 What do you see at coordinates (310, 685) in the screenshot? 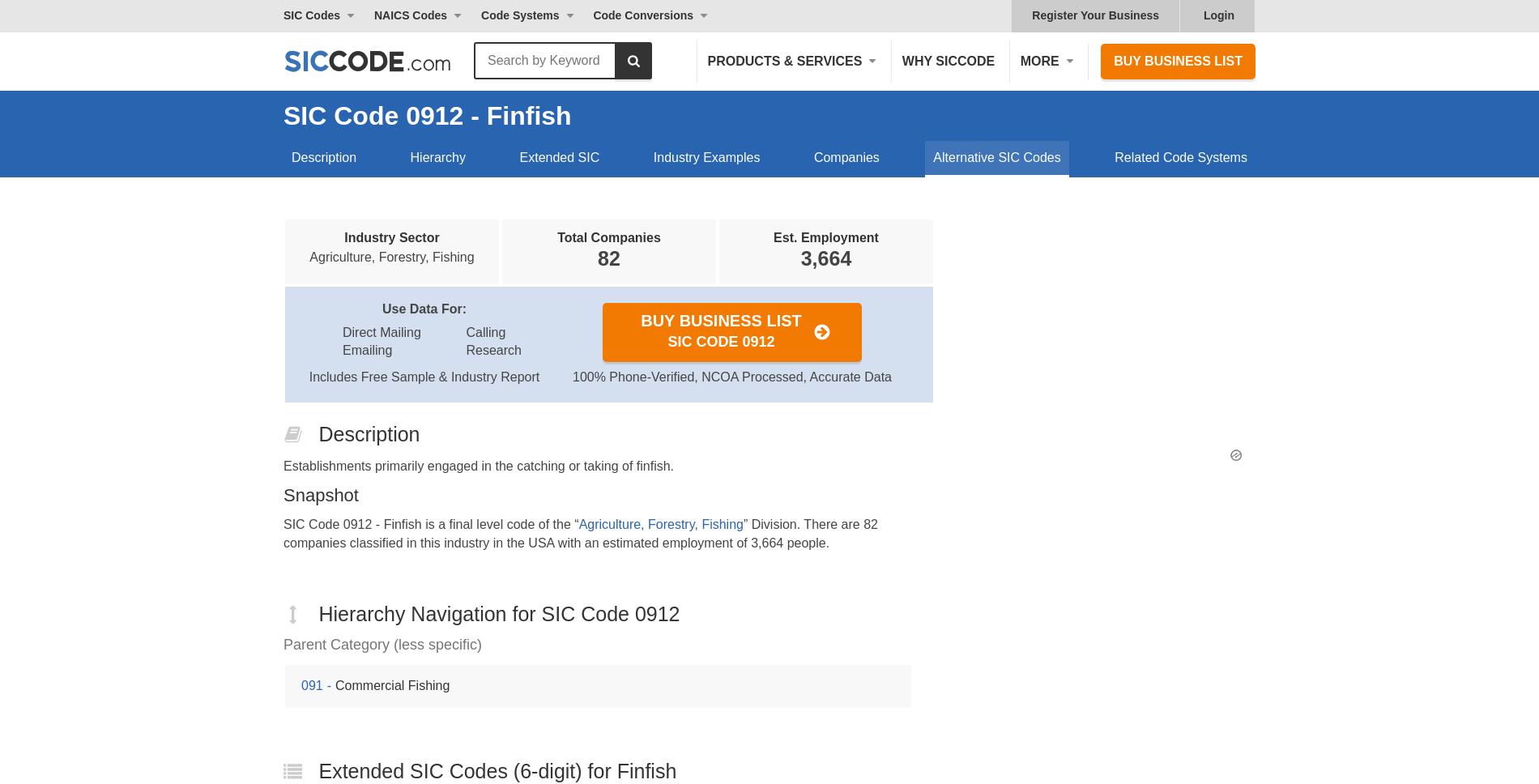
I see `'091'` at bounding box center [310, 685].